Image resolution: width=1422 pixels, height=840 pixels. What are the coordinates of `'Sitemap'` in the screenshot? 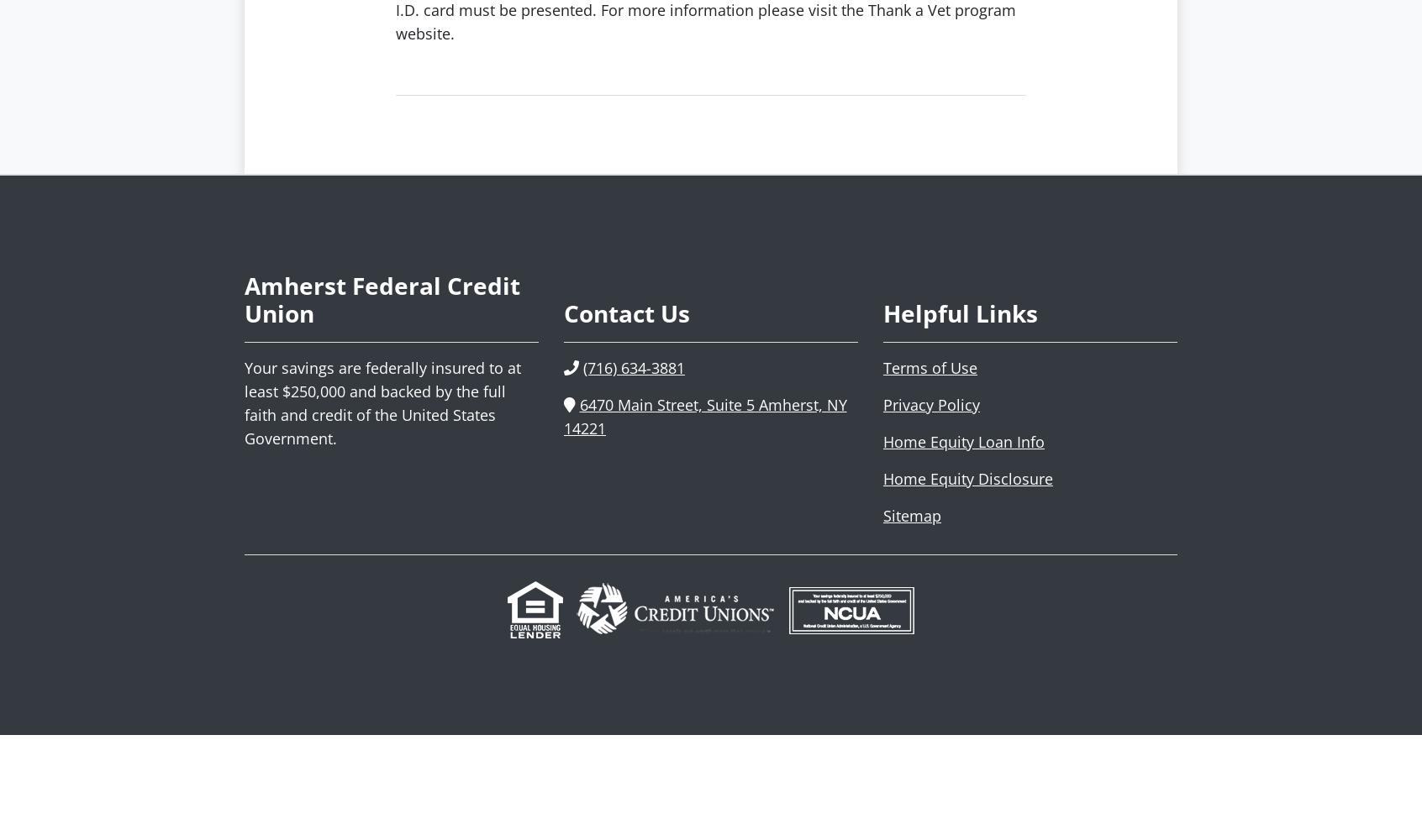 It's located at (912, 514).